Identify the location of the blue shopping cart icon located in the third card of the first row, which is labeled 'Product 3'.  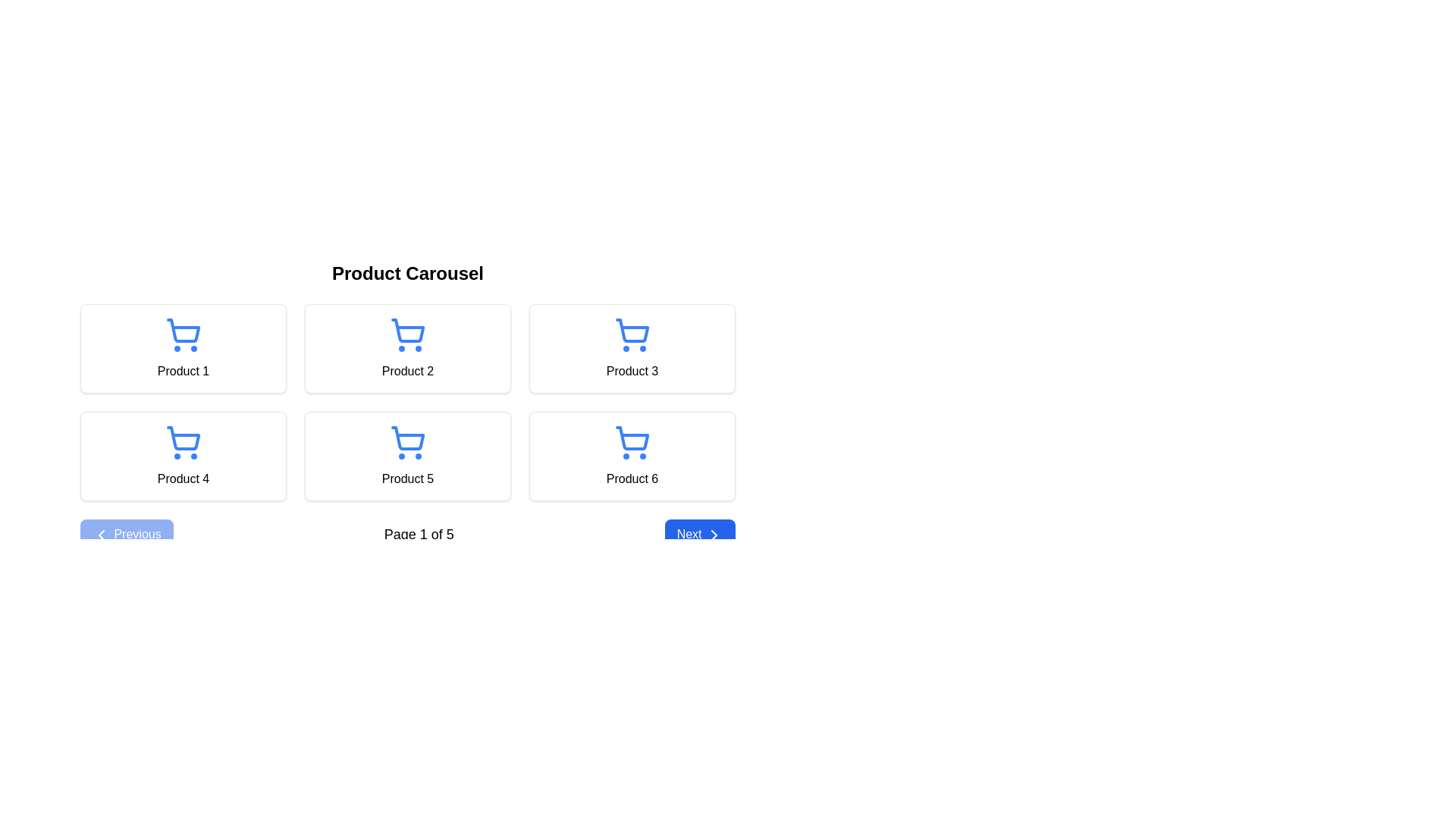
(632, 330).